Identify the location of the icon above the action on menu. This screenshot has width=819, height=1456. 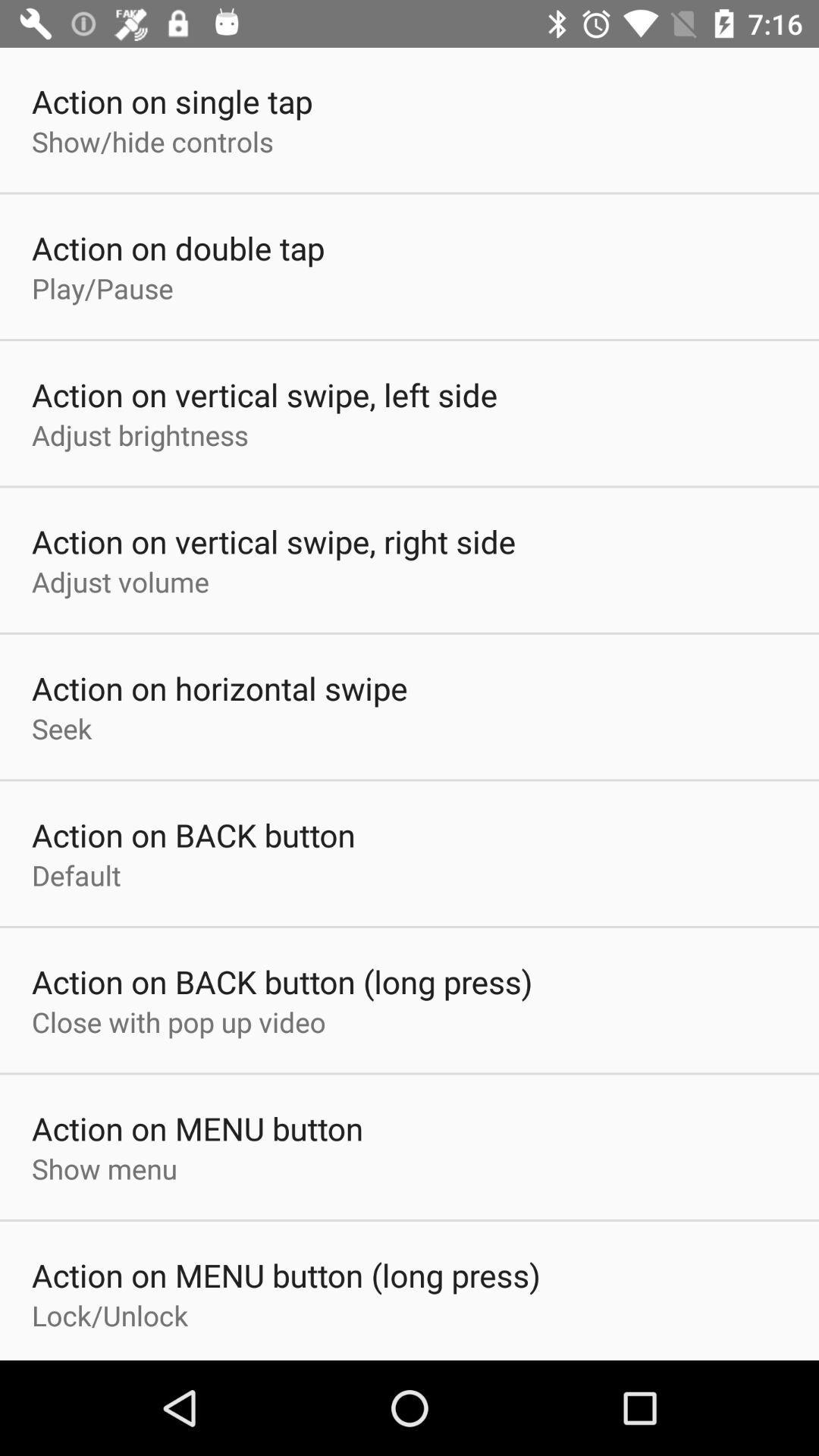
(177, 1021).